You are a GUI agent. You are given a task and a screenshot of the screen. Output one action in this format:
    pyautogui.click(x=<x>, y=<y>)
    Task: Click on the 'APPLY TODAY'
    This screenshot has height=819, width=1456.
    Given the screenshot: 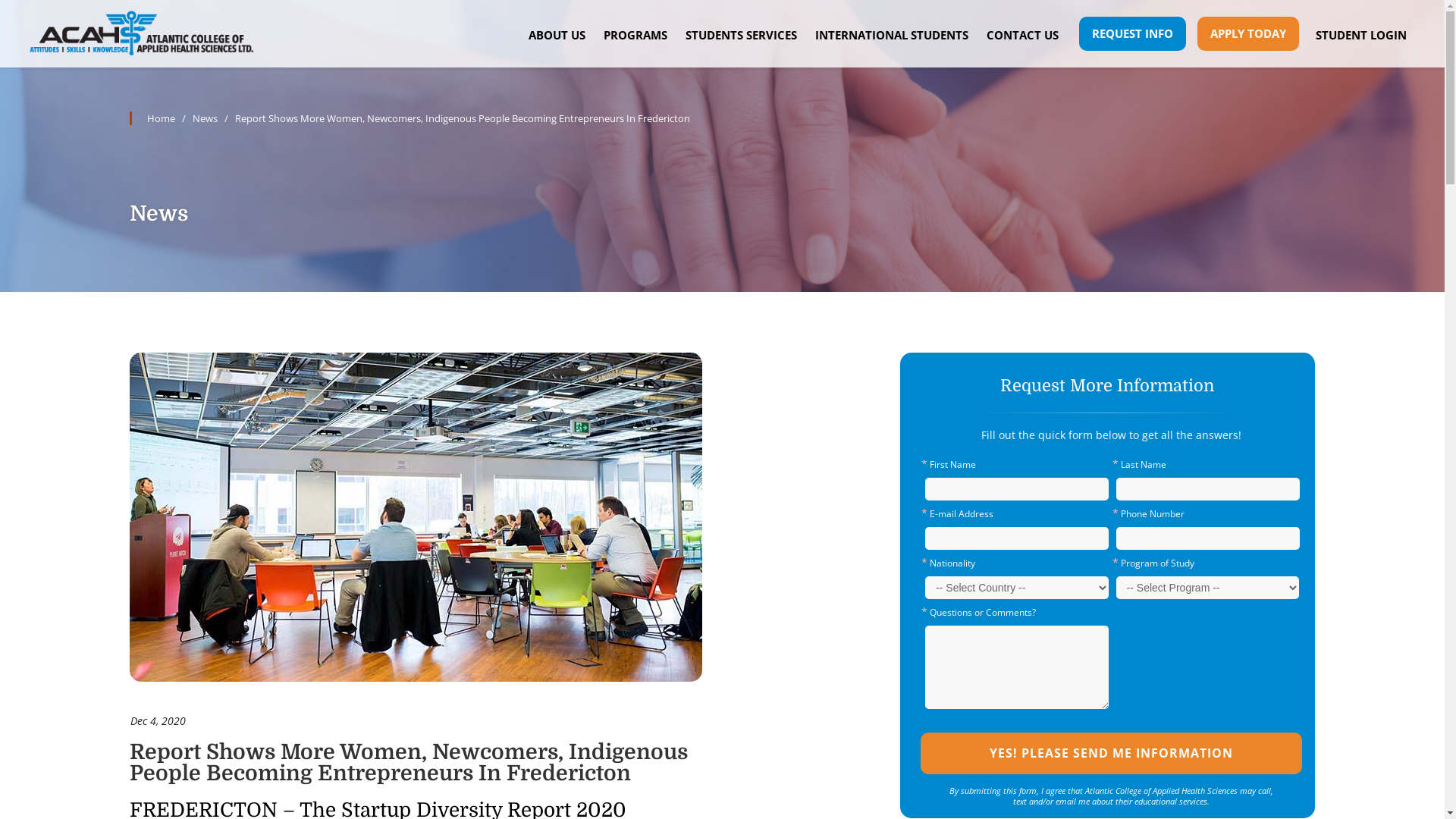 What is the action you would take?
    pyautogui.click(x=1248, y=33)
    